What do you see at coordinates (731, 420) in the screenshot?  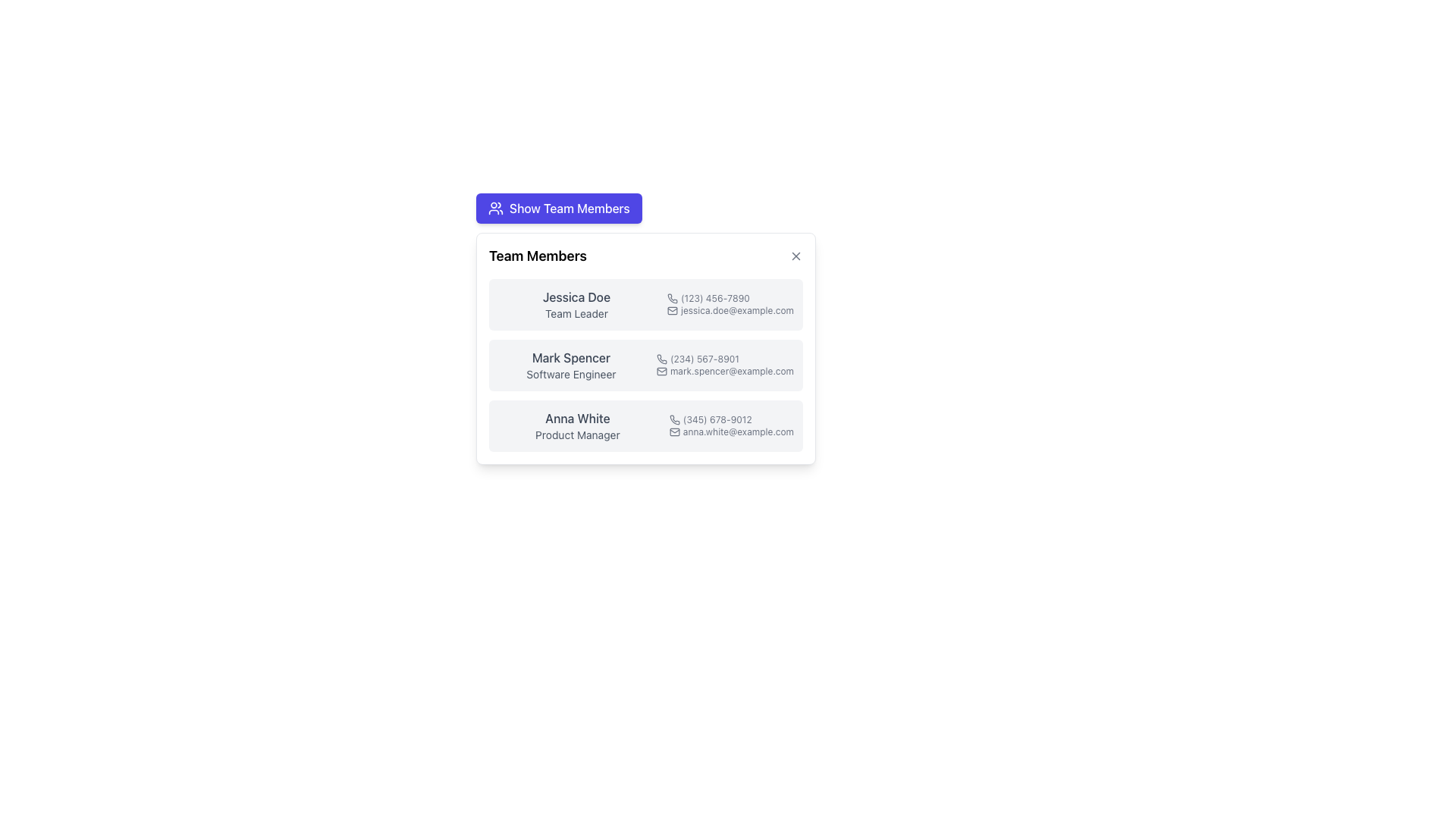 I see `the phone number text '(345) 678-9012' displayed in a small, grey font, which is the second item in the contact details for 'Anna White'` at bounding box center [731, 420].